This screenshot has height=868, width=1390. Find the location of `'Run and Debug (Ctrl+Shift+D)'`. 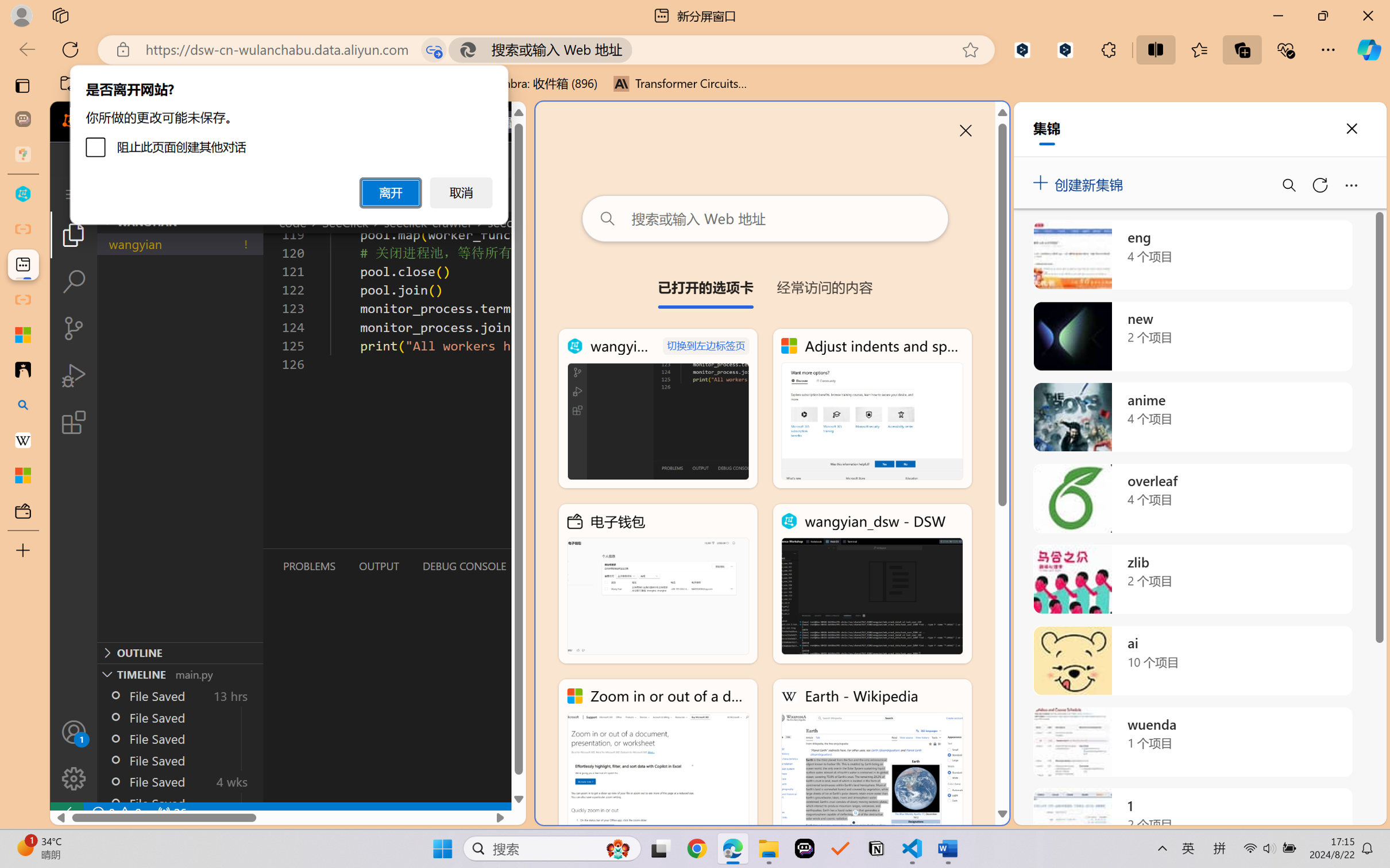

'Run and Debug (Ctrl+Shift+D)' is located at coordinates (73, 375).